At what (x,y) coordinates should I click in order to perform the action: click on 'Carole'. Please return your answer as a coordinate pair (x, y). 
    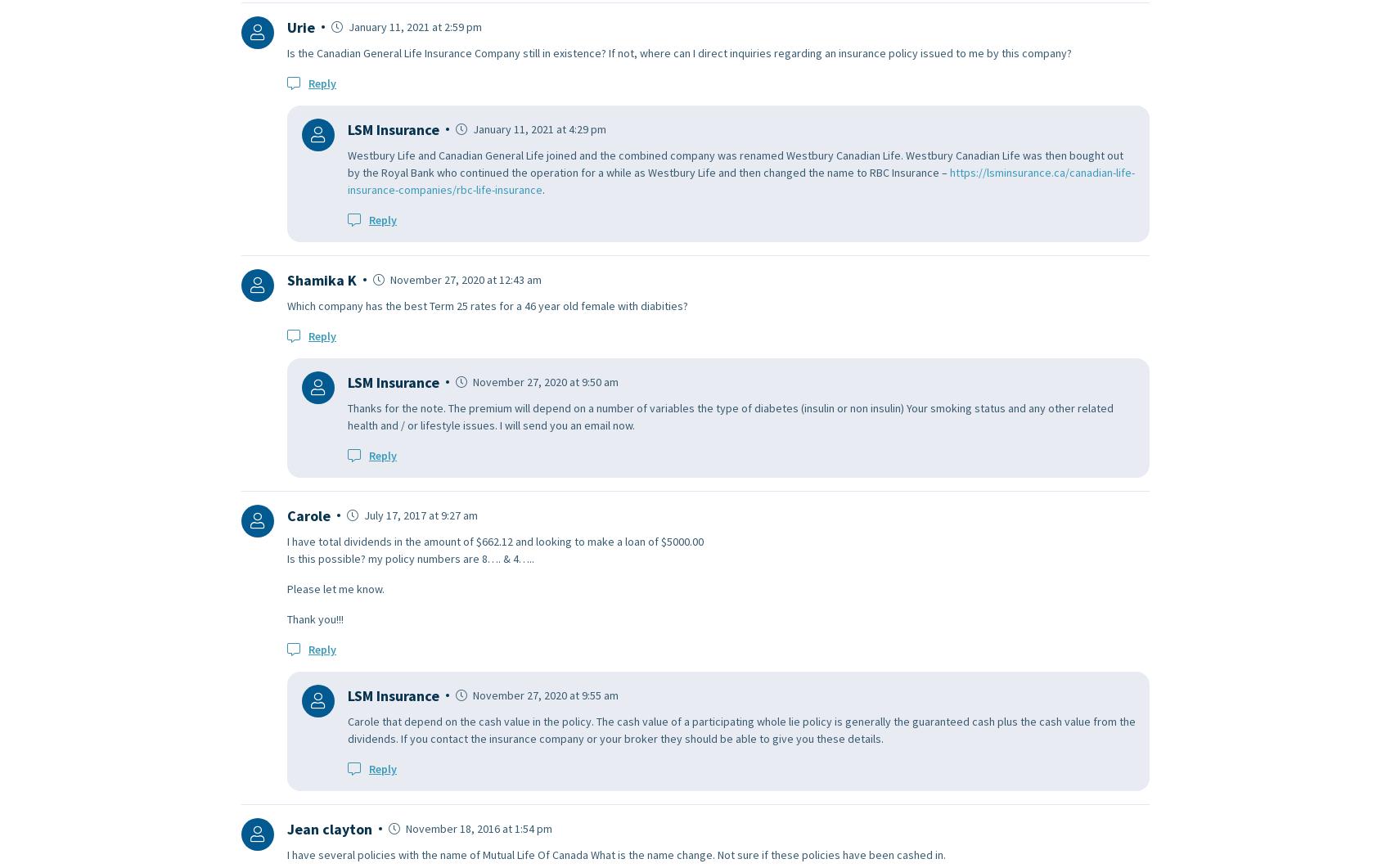
    Looking at the image, I should click on (308, 514).